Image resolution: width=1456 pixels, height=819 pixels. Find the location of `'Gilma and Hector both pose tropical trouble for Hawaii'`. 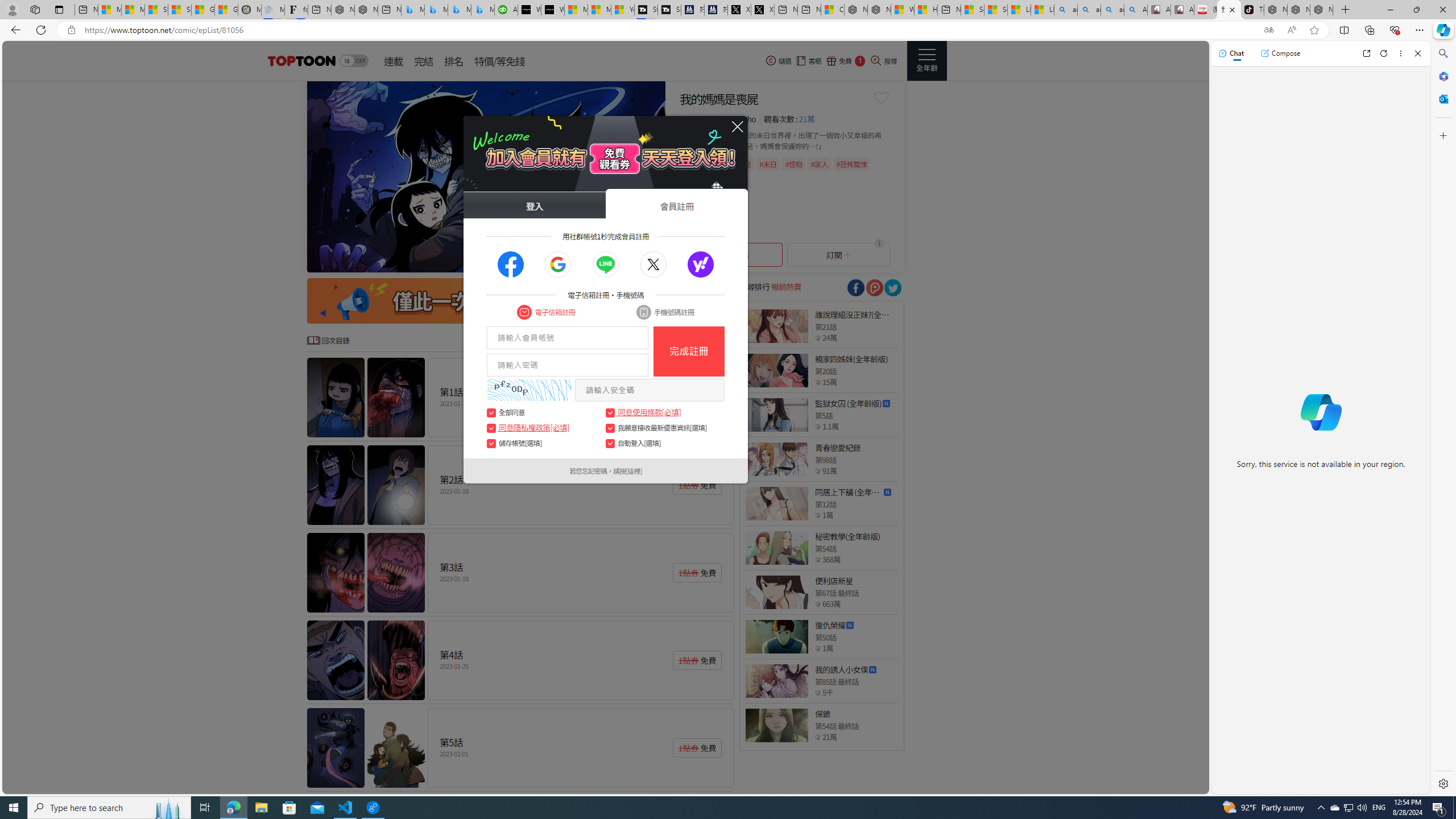

'Gilma and Hector both pose tropical trouble for Hawaii' is located at coordinates (226, 9).